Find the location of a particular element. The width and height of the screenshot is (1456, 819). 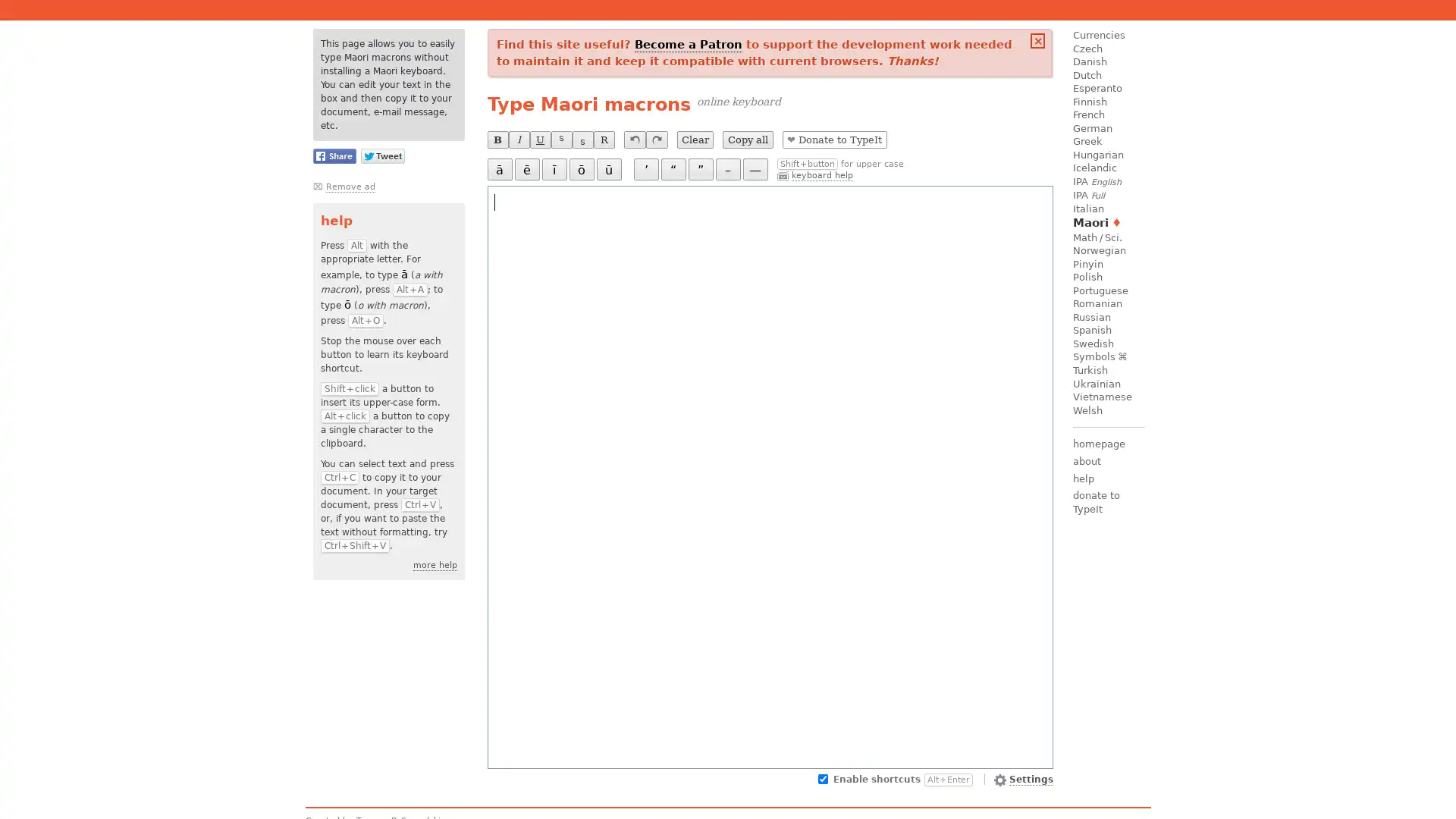

undo last operation (Ctrl+Z) is located at coordinates (634, 140).